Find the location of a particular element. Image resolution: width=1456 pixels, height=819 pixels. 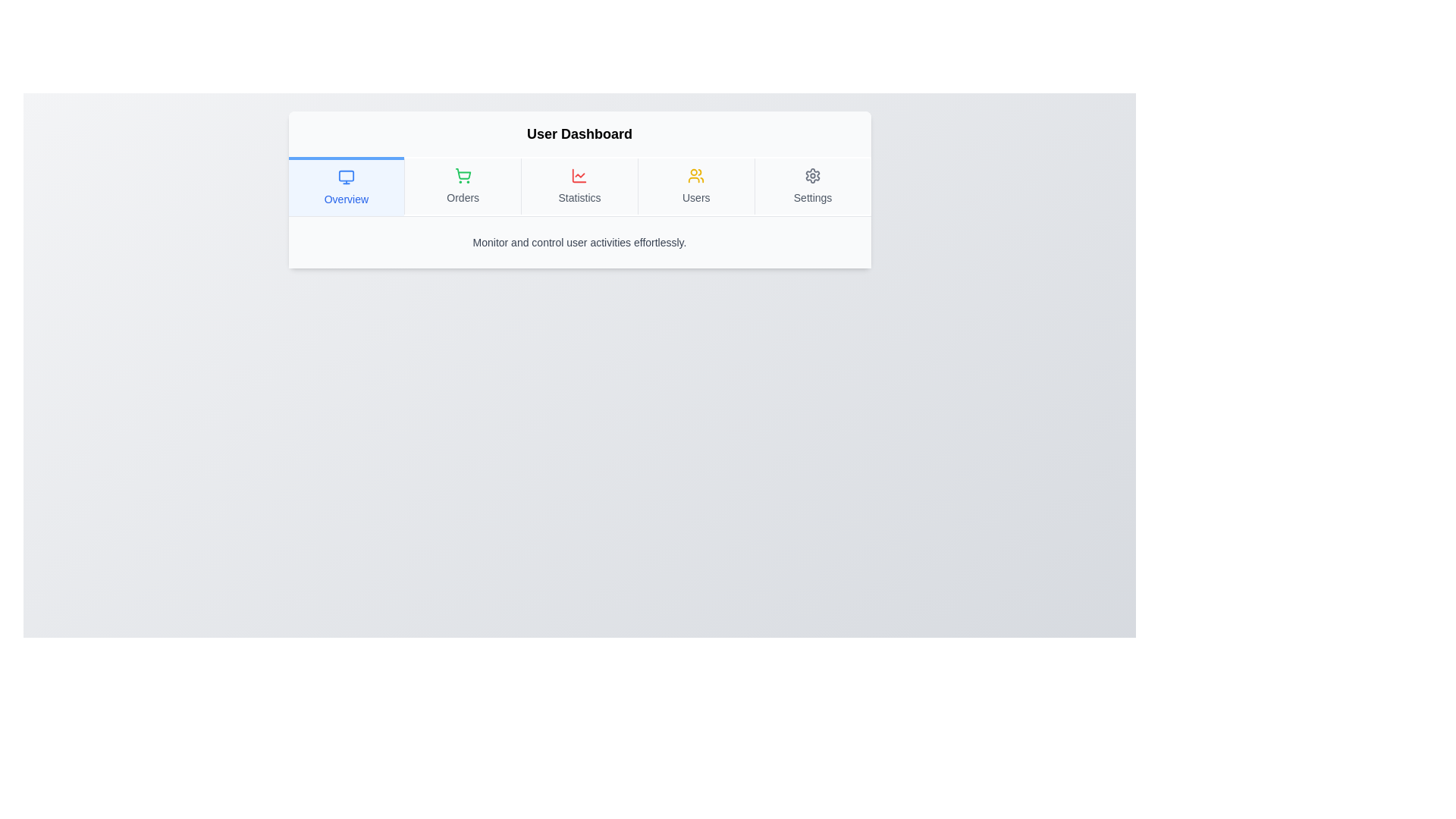

the descriptive text label located below the navigation tabs in the 'User Dashboard' interface, which conveys functionality or feature information is located at coordinates (579, 242).